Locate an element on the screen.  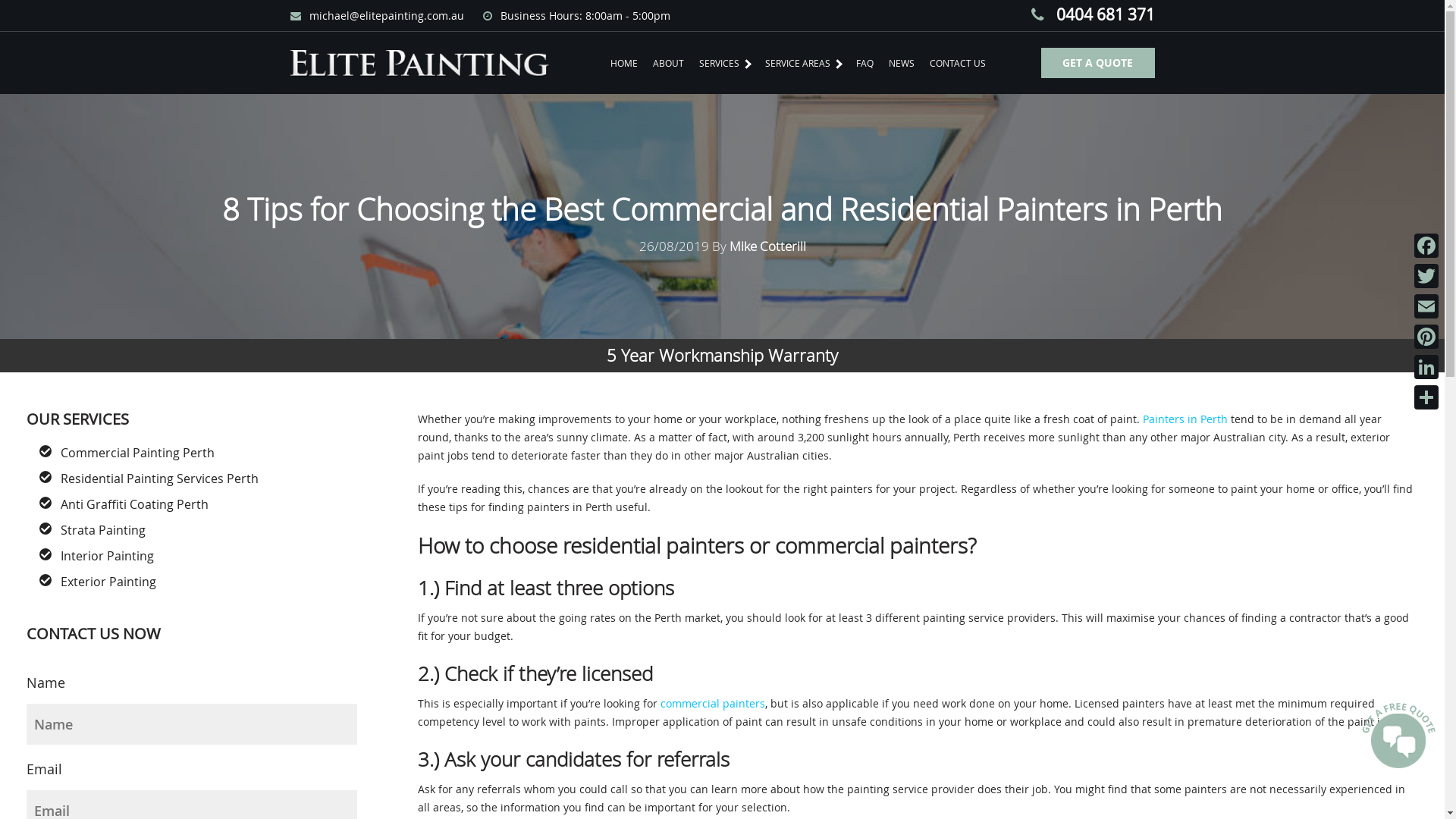
'michael@elitepainting.com.au' is located at coordinates (290, 14).